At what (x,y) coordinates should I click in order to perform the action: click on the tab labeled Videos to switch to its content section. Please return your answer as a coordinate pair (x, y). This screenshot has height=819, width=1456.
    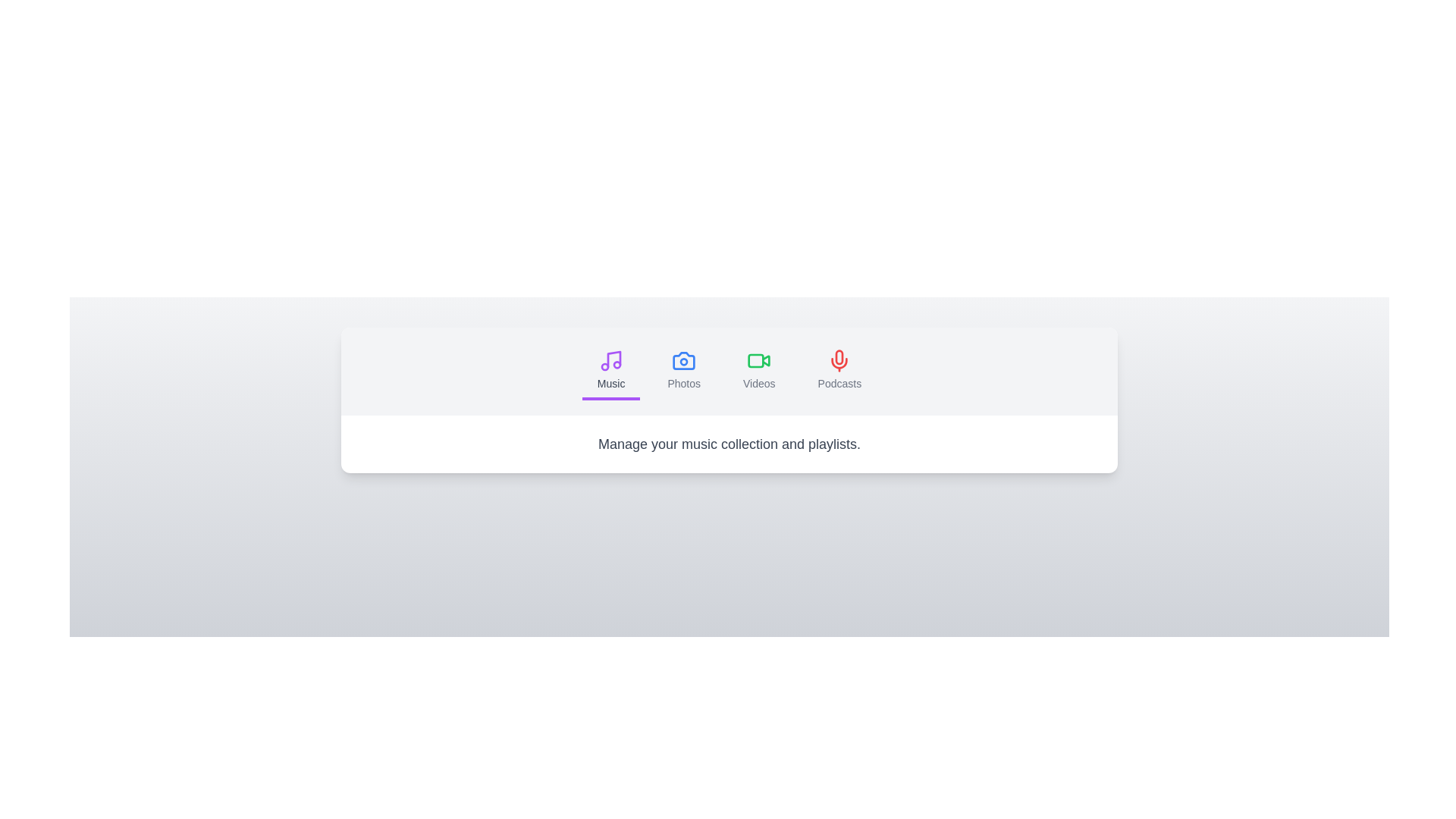
    Looking at the image, I should click on (759, 371).